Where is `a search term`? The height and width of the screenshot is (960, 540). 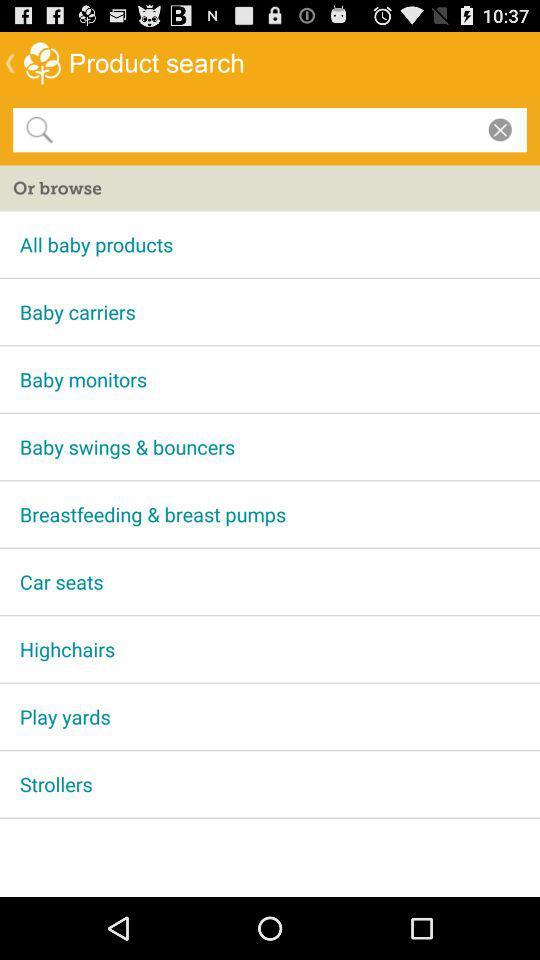 a search term is located at coordinates (266, 128).